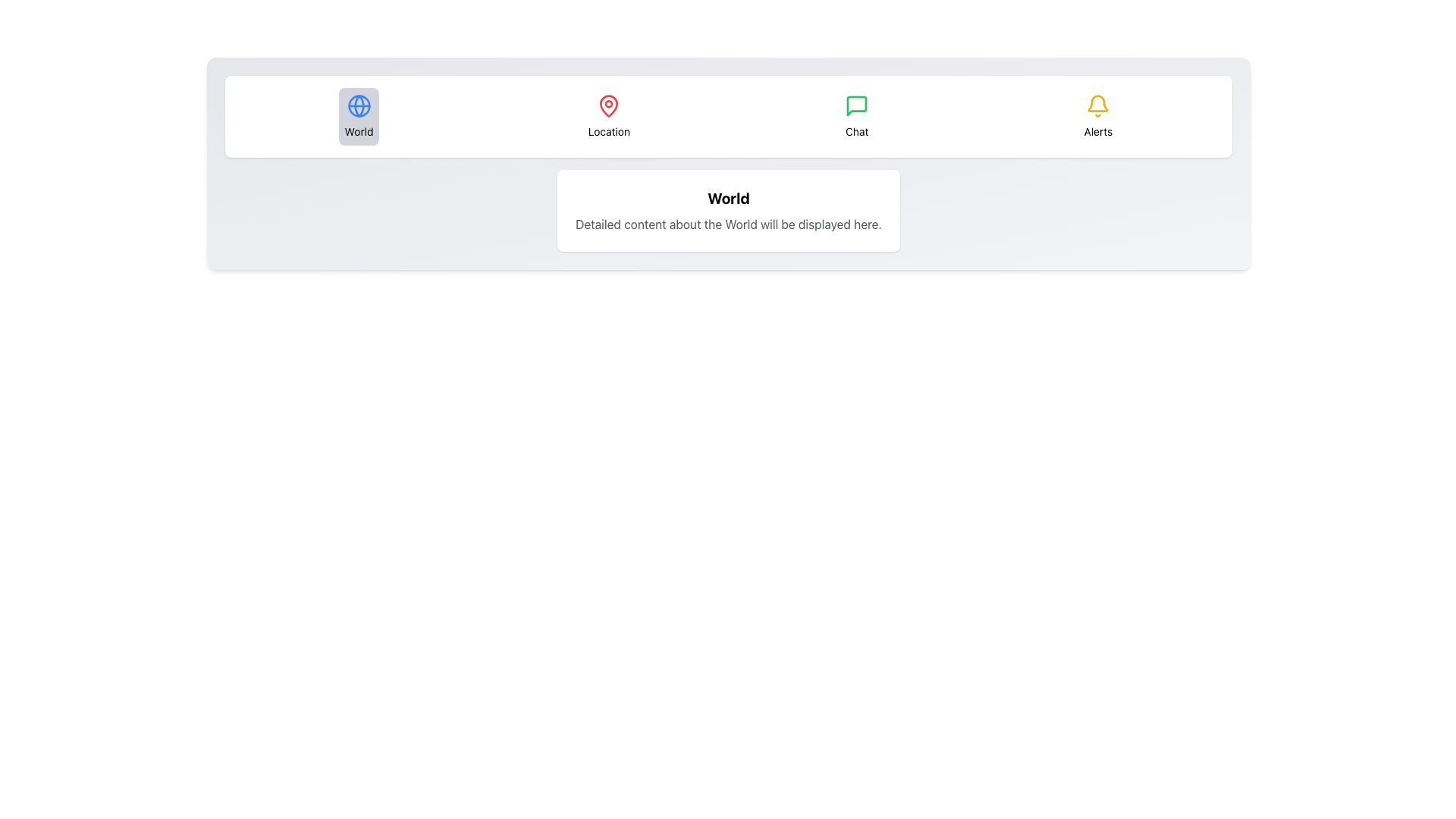  Describe the element at coordinates (857, 105) in the screenshot. I see `the Chat icon in the top navigation bar, which represents the chat or messaging feature` at that location.